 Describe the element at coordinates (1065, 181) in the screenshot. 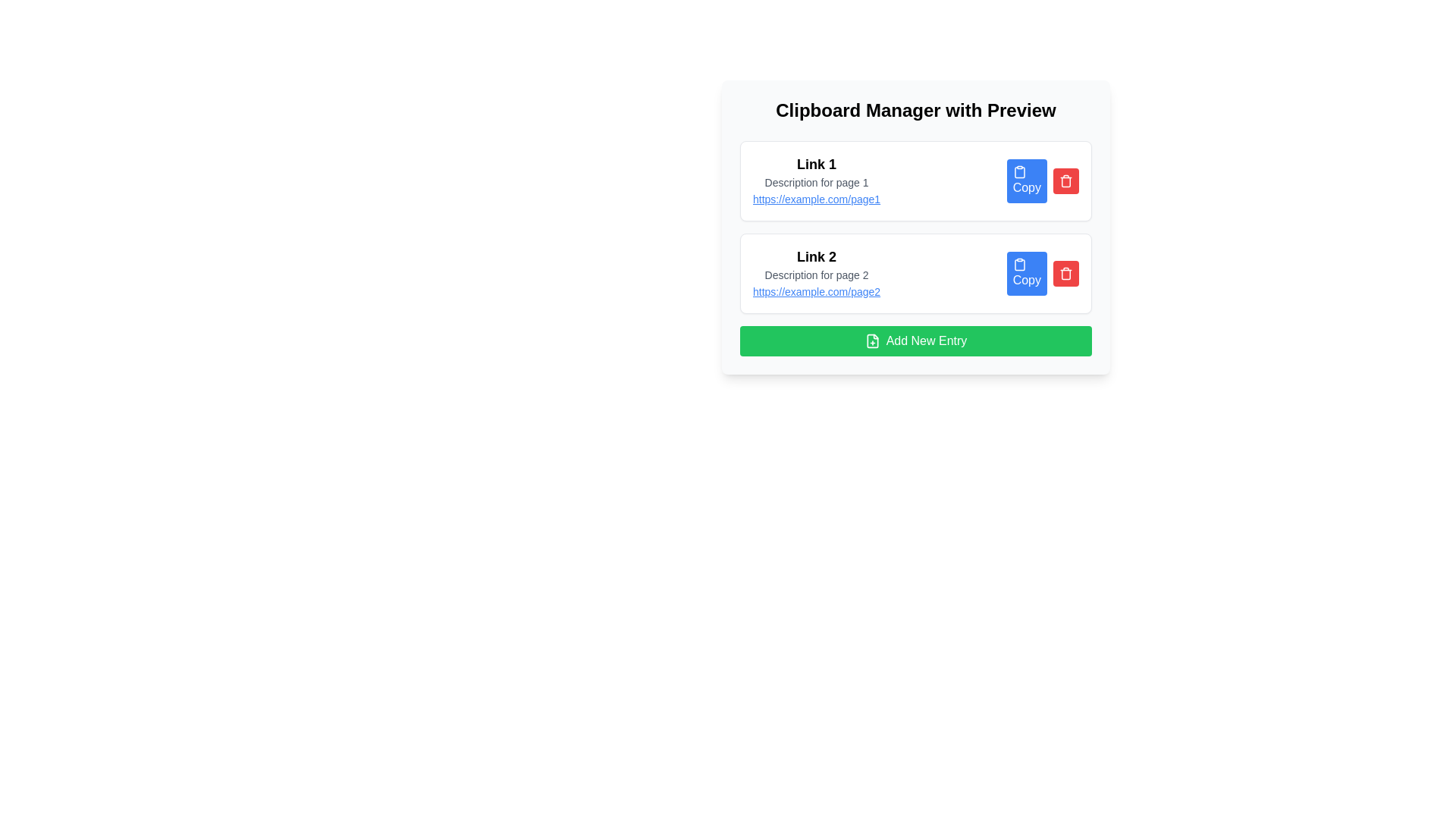

I see `the trash bin icon located adjacent to the link entry` at that location.